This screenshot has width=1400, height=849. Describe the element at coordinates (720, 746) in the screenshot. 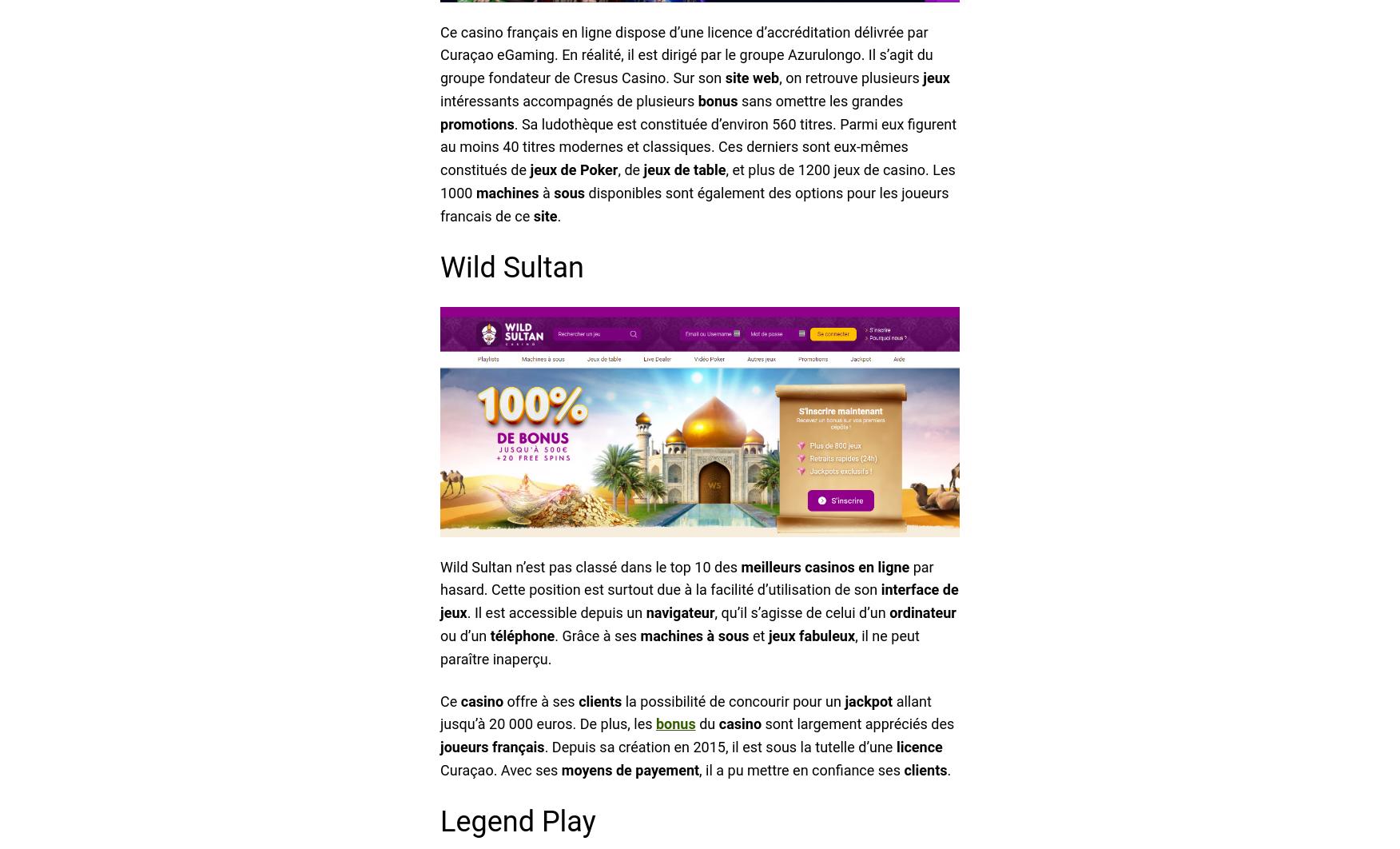

I see `'. Depuis sa création en 2015, il est sous la tutelle d’une'` at that location.